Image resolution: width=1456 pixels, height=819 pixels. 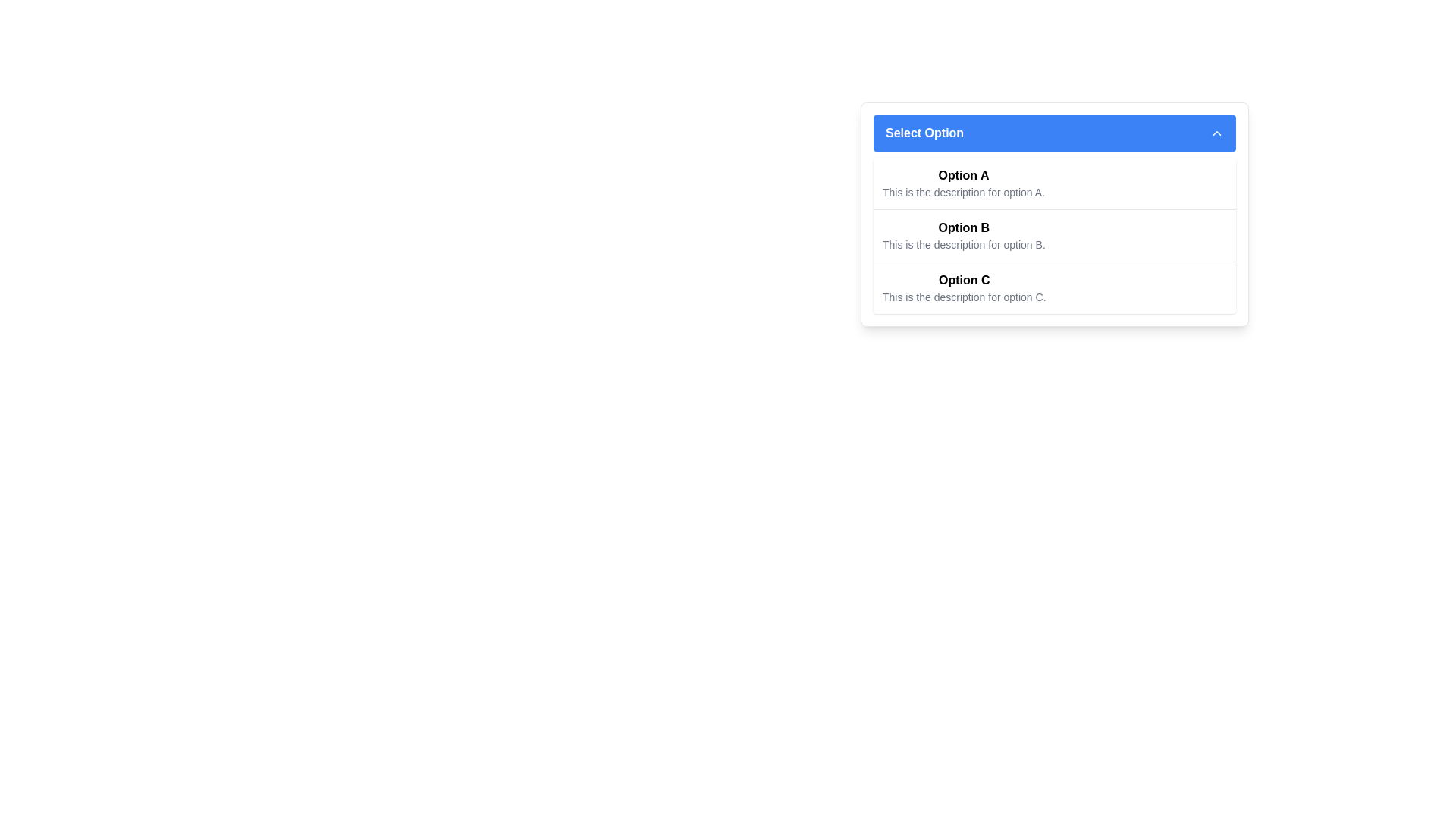 I want to click on the text label for 'Option B', which is the second bold option in a list, so click(x=963, y=227).